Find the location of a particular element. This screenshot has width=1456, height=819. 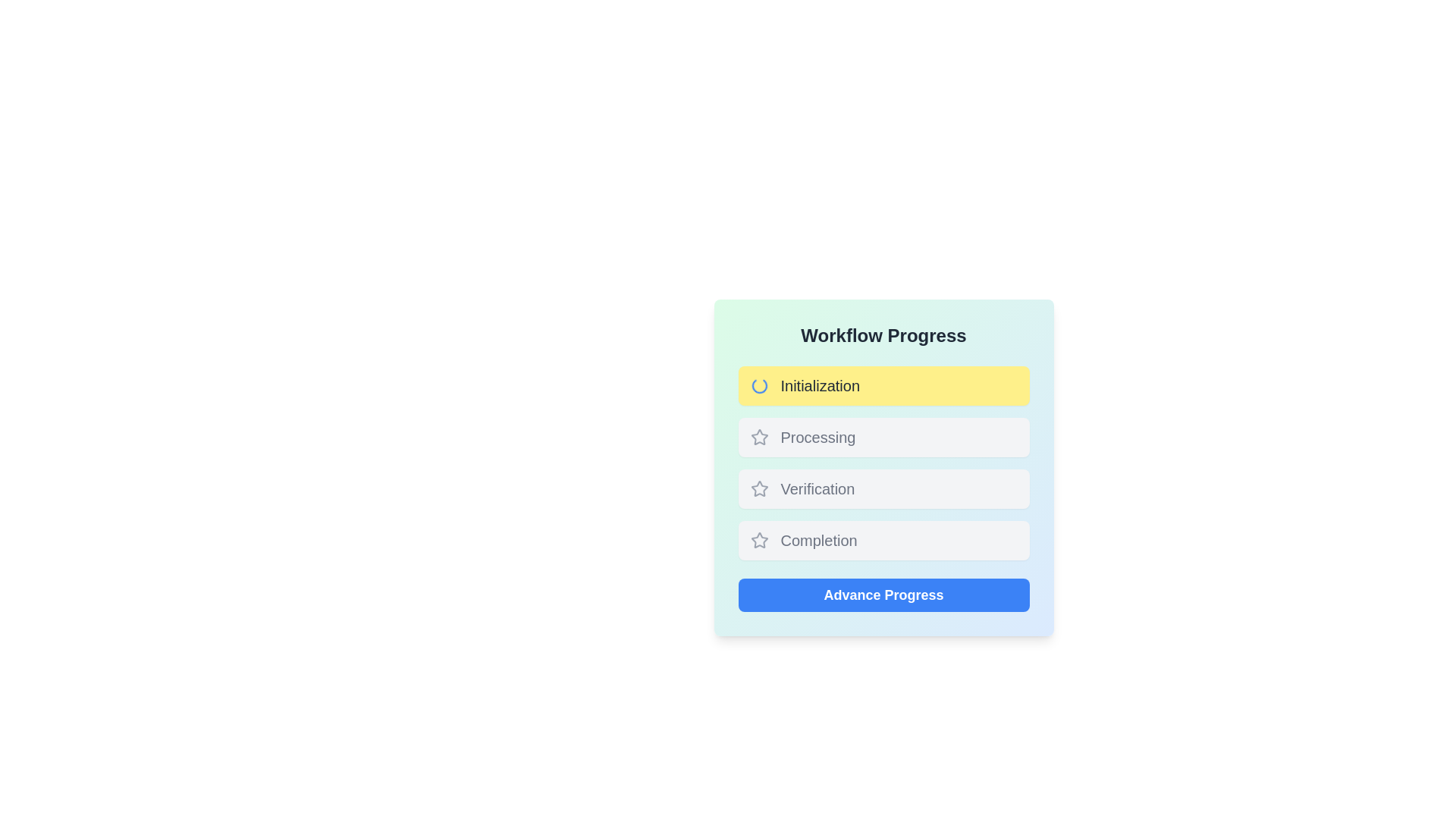

the circular spinner icon with a blue outline and transparent center, located within the yellow background area next to the text 'Initialization' in the 'Workflow Progress' section is located at coordinates (759, 385).